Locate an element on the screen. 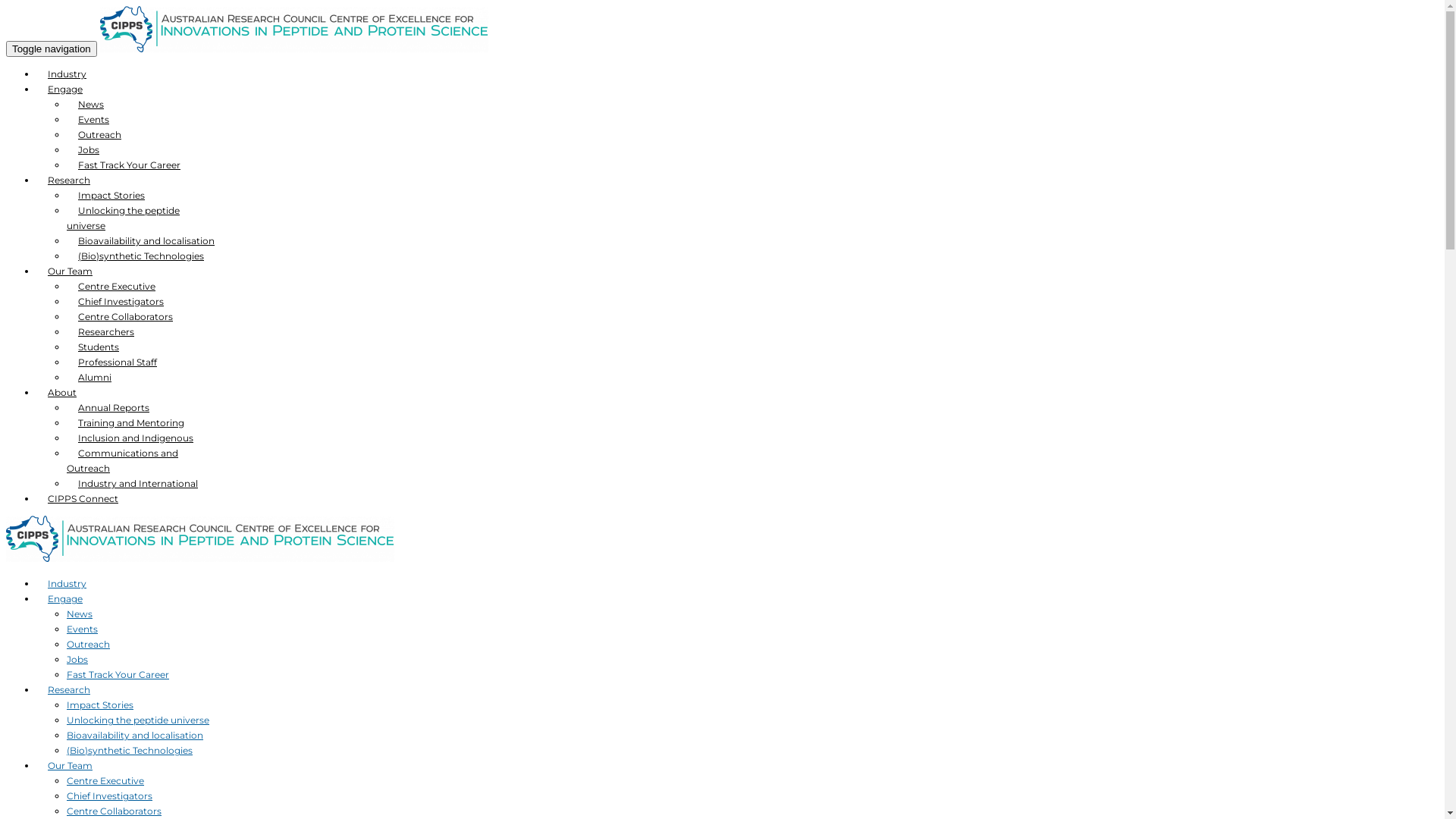 The width and height of the screenshot is (1456, 819). 'Research' is located at coordinates (36, 179).